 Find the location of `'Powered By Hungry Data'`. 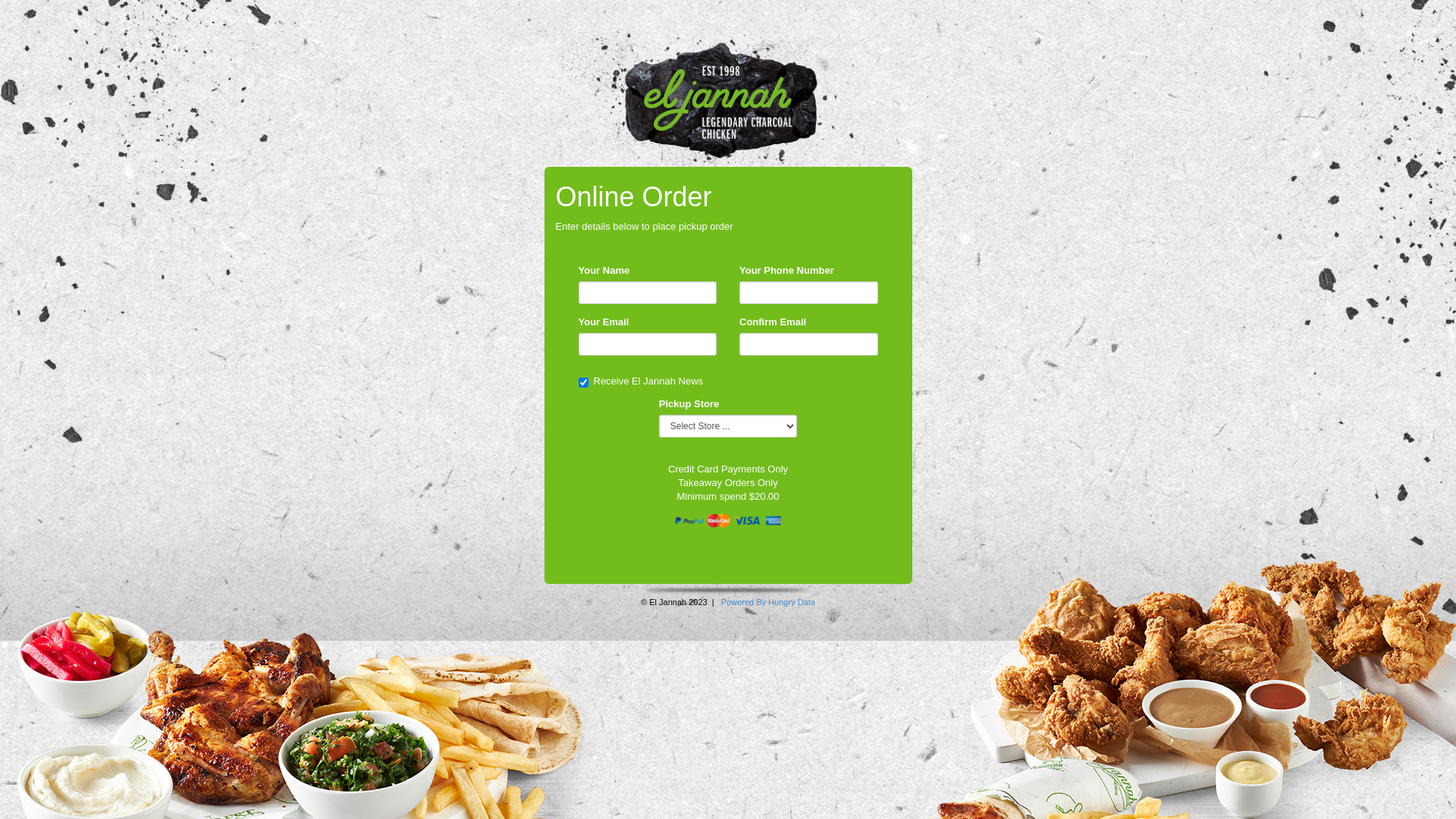

'Powered By Hungry Data' is located at coordinates (767, 601).